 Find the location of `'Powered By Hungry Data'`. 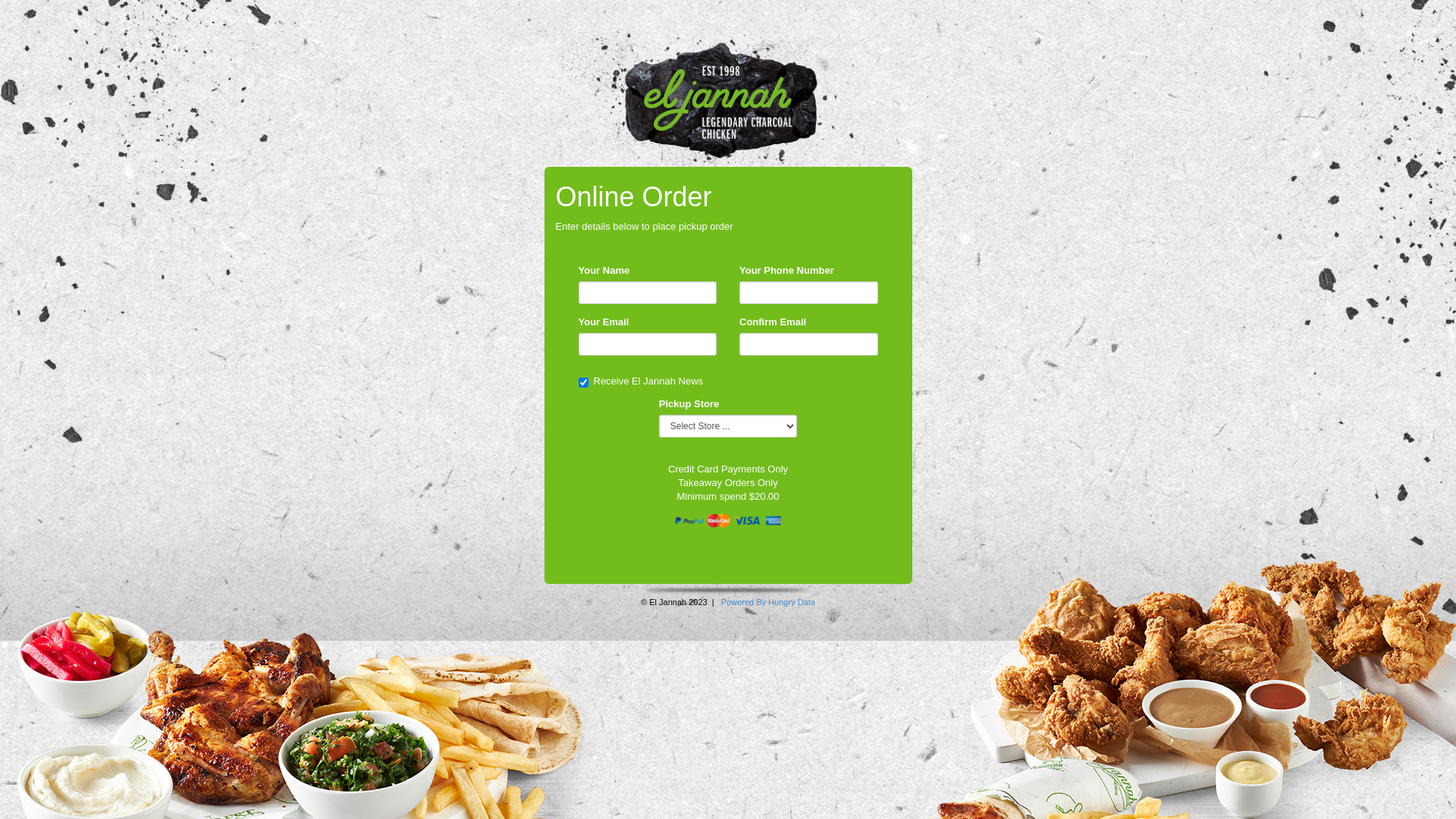

'Powered By Hungry Data' is located at coordinates (767, 601).